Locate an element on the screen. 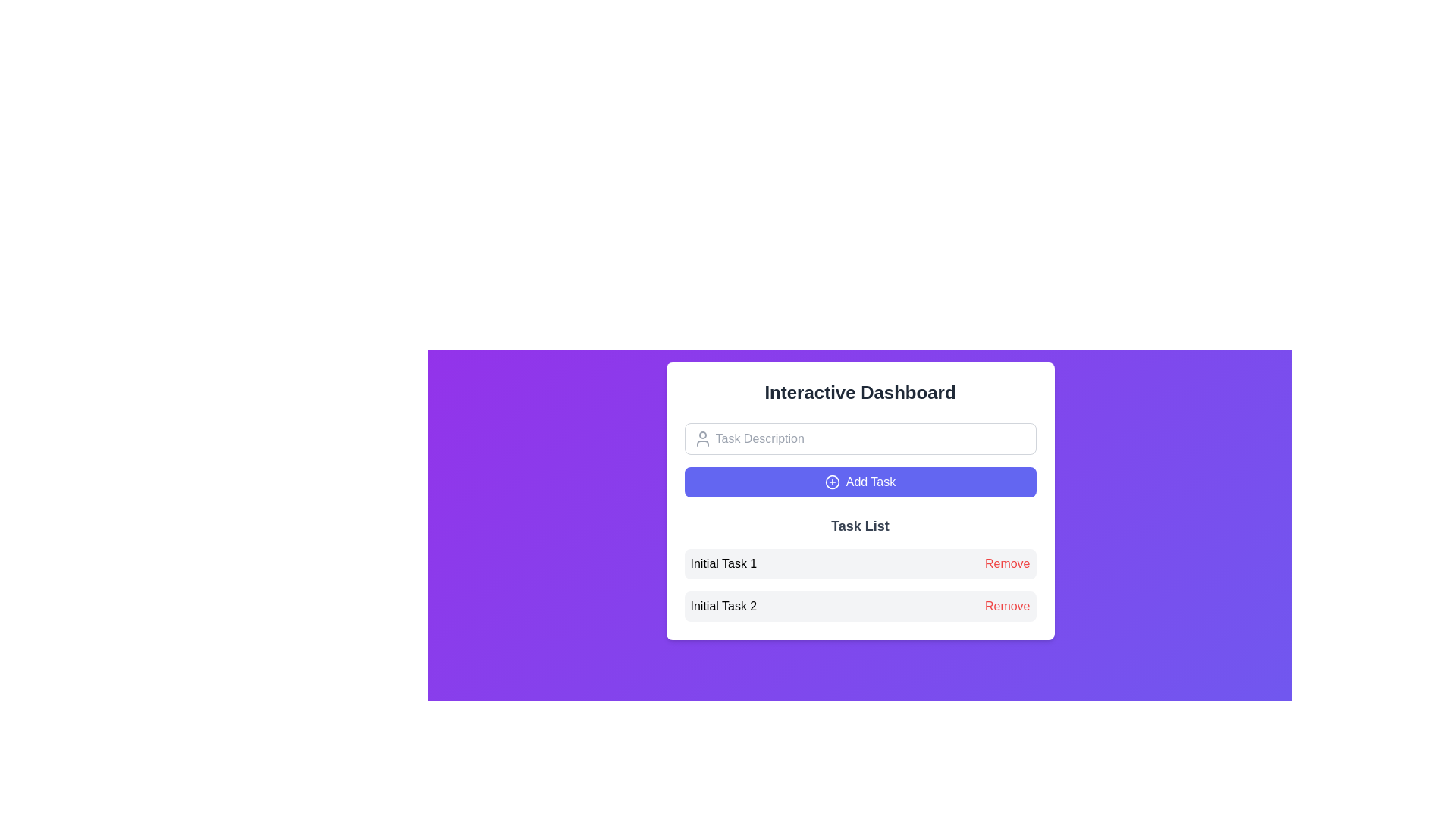 Image resolution: width=1456 pixels, height=819 pixels. the 'Interactive Dashboard' text element, which is styled in bold and gray, located at the top of the panel above the 'Task Description' input field is located at coordinates (860, 391).